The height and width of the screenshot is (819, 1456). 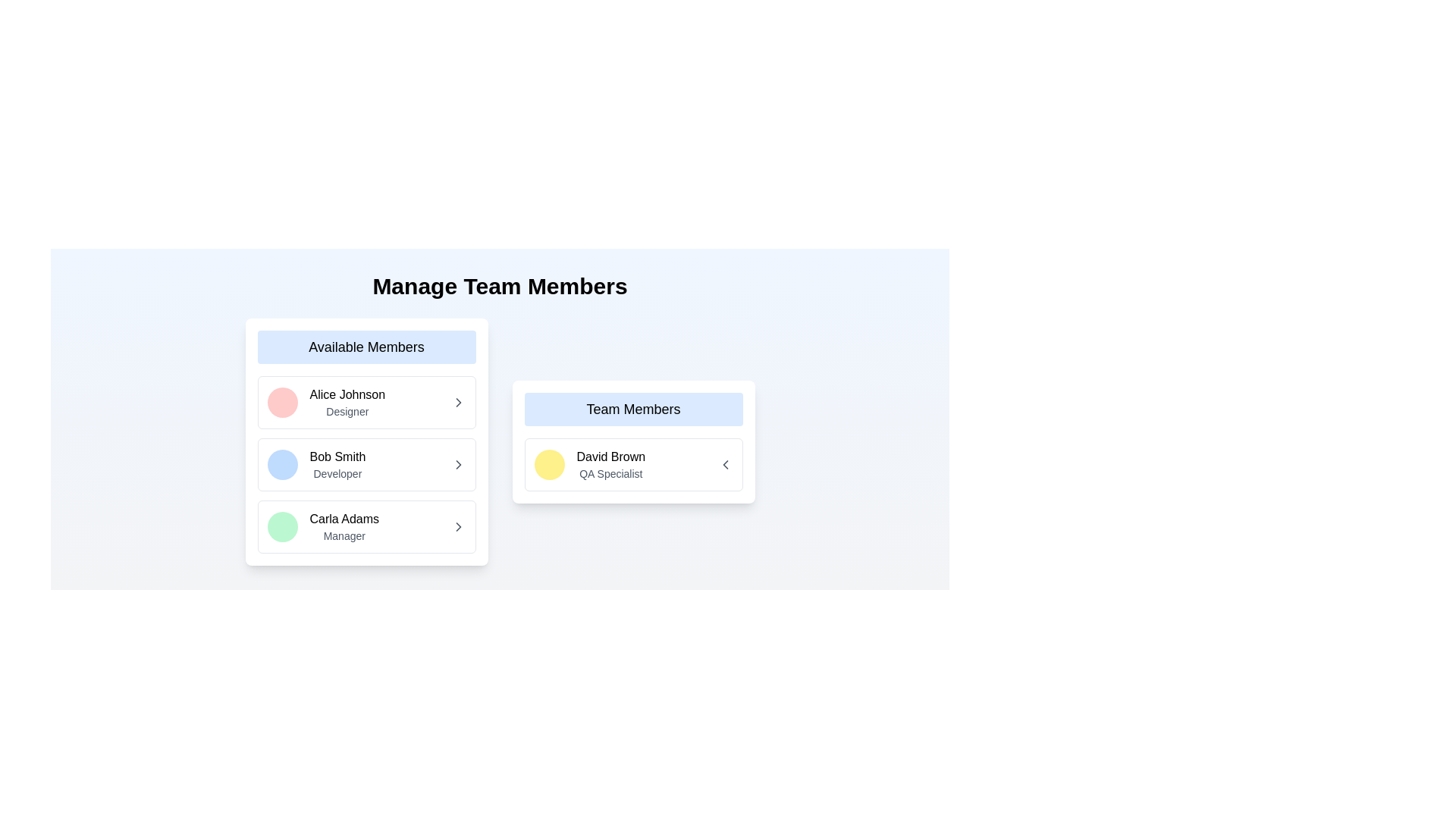 What do you see at coordinates (344, 535) in the screenshot?
I see `text label indicating the role 'Manager' of the member 'Carla Adams' in the 'Available Members' list` at bounding box center [344, 535].